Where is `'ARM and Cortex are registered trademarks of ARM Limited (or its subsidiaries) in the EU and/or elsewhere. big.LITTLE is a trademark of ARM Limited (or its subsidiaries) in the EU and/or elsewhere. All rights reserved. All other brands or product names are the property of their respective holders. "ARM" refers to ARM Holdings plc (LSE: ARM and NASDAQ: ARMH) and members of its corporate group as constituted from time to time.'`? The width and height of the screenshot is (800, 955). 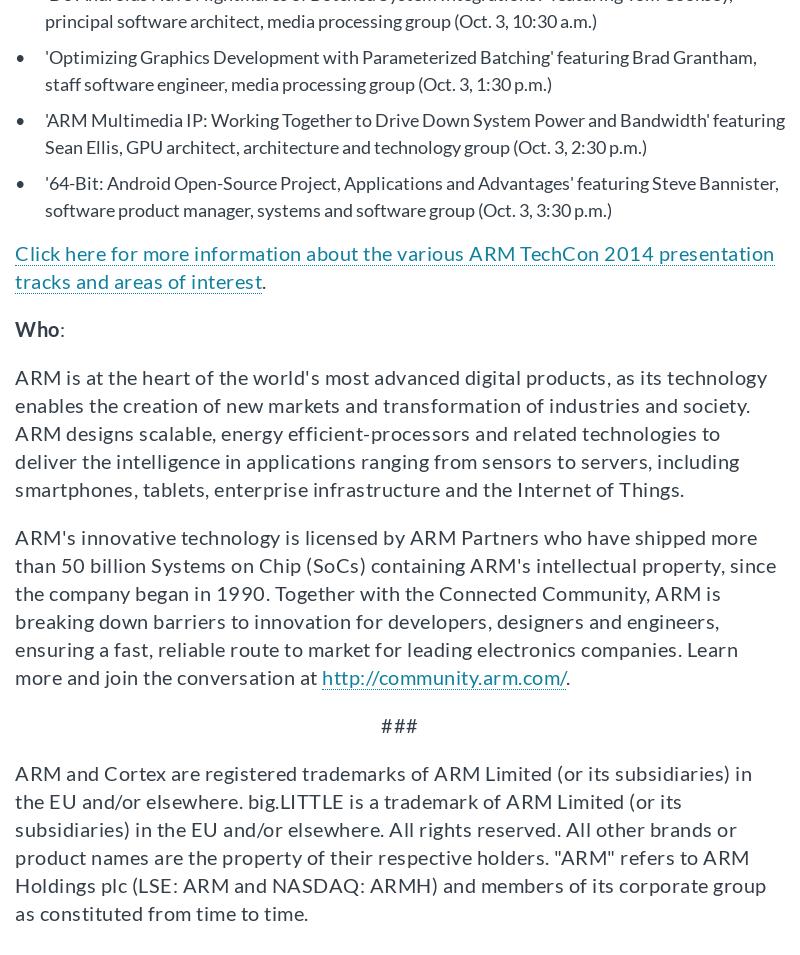
'ARM and Cortex are registered trademarks of ARM Limited (or its subsidiaries) in the EU and/or elsewhere. big.LITTLE is a trademark of ARM Limited (or its subsidiaries) in the EU and/or elsewhere. All rights reserved. All other brands or product names are the property of their respective holders. "ARM" refers to ARM Holdings plc (LSE: ARM and NASDAQ: ARMH) and members of its corporate group as constituted from time to time.' is located at coordinates (389, 842).